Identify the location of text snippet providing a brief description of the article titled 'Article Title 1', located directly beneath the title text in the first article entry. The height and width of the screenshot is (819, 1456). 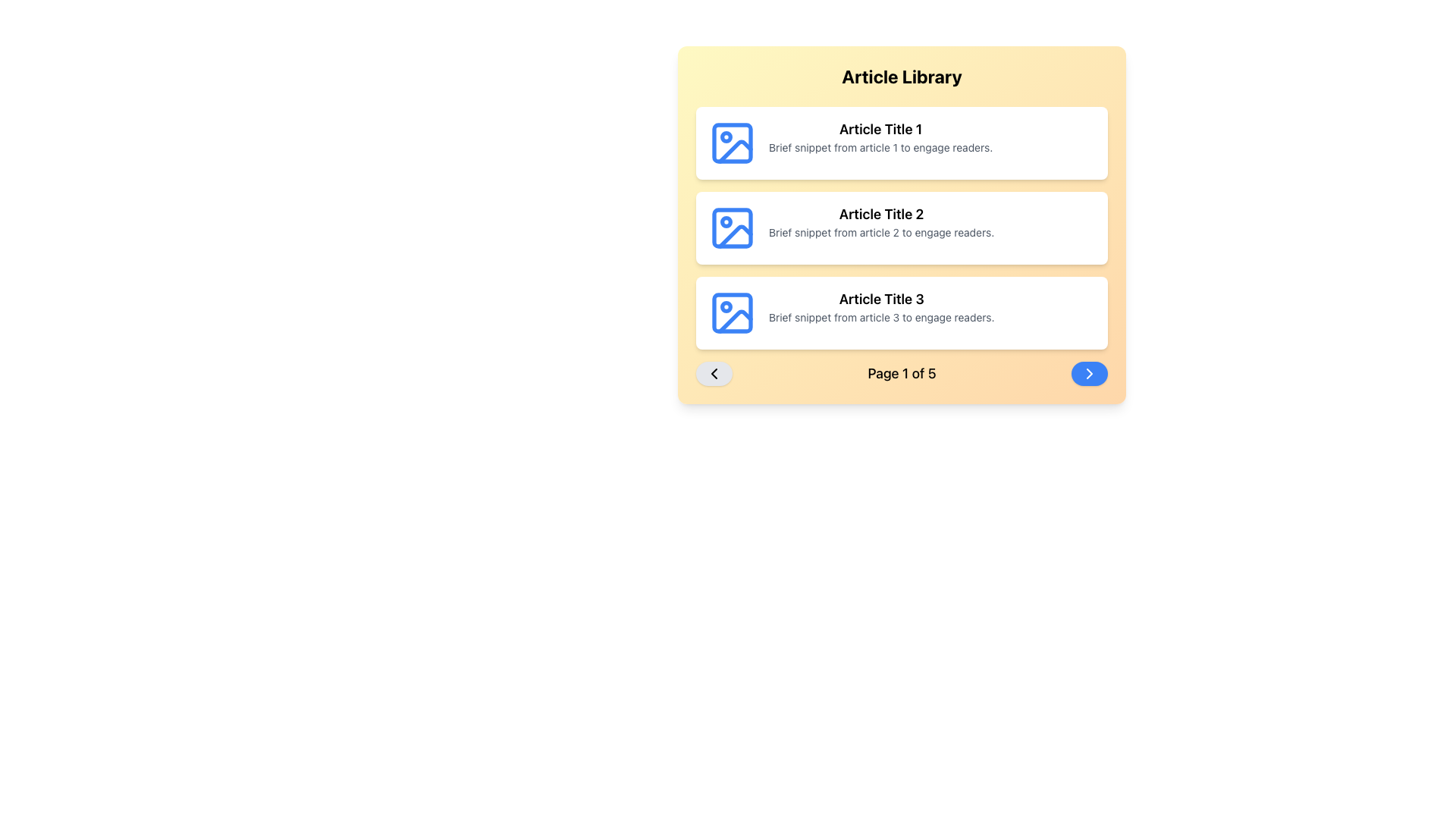
(880, 148).